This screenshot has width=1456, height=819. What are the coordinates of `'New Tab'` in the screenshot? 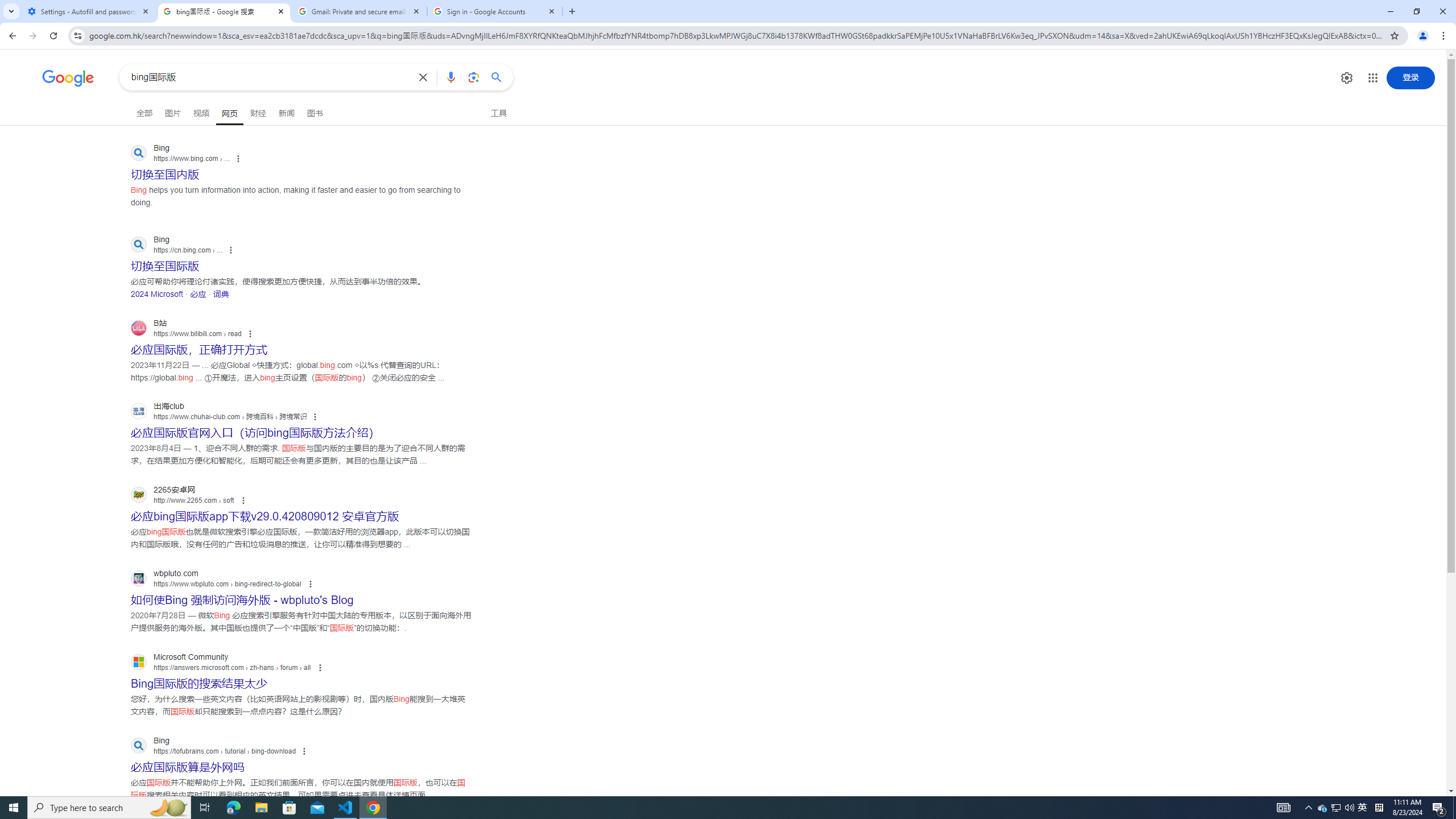 It's located at (572, 11).